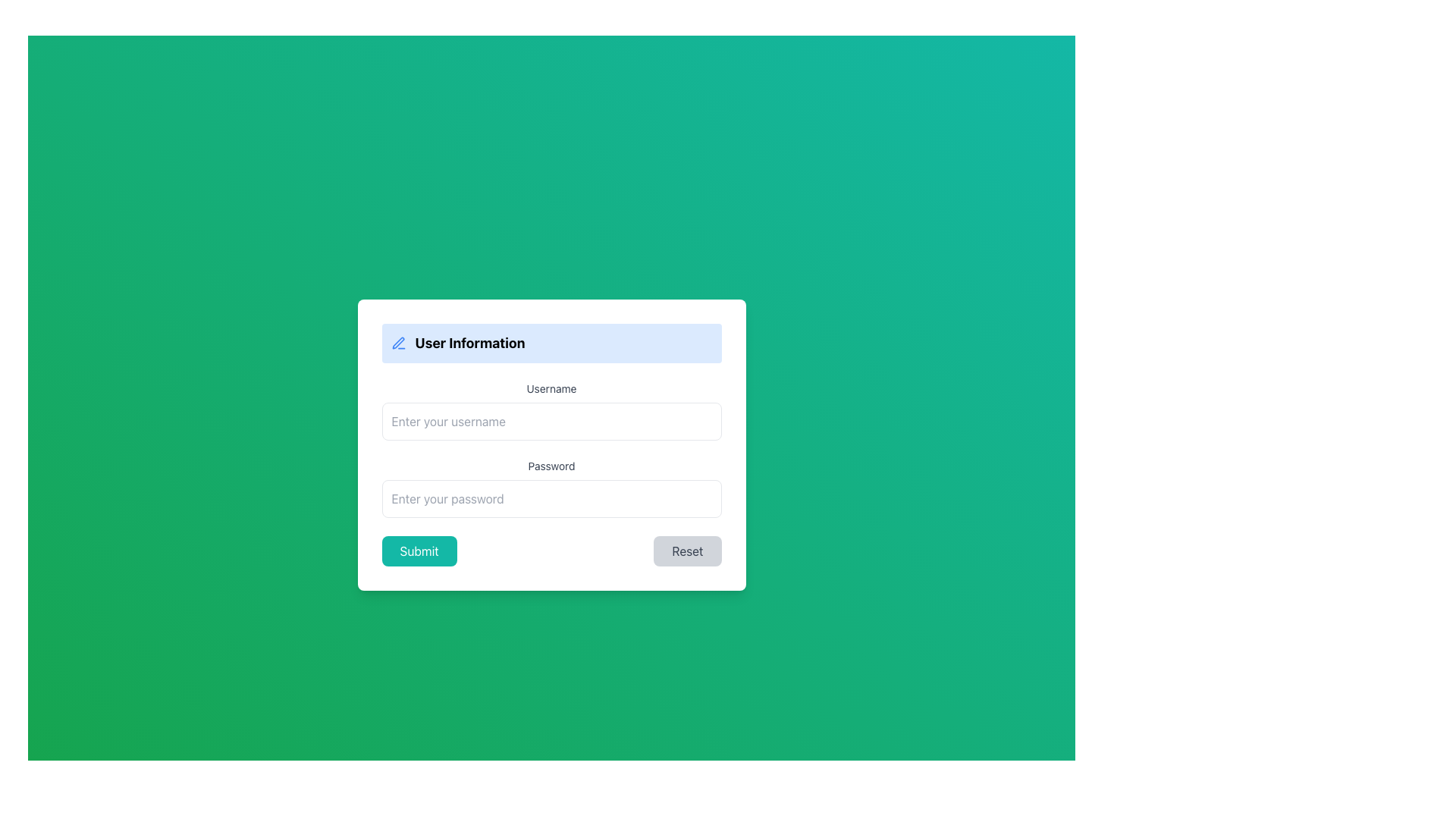 Image resolution: width=1456 pixels, height=819 pixels. I want to click on the reset button located at the bottom right of the form to clear all inputs and restore the form to its initial state, so click(687, 551).